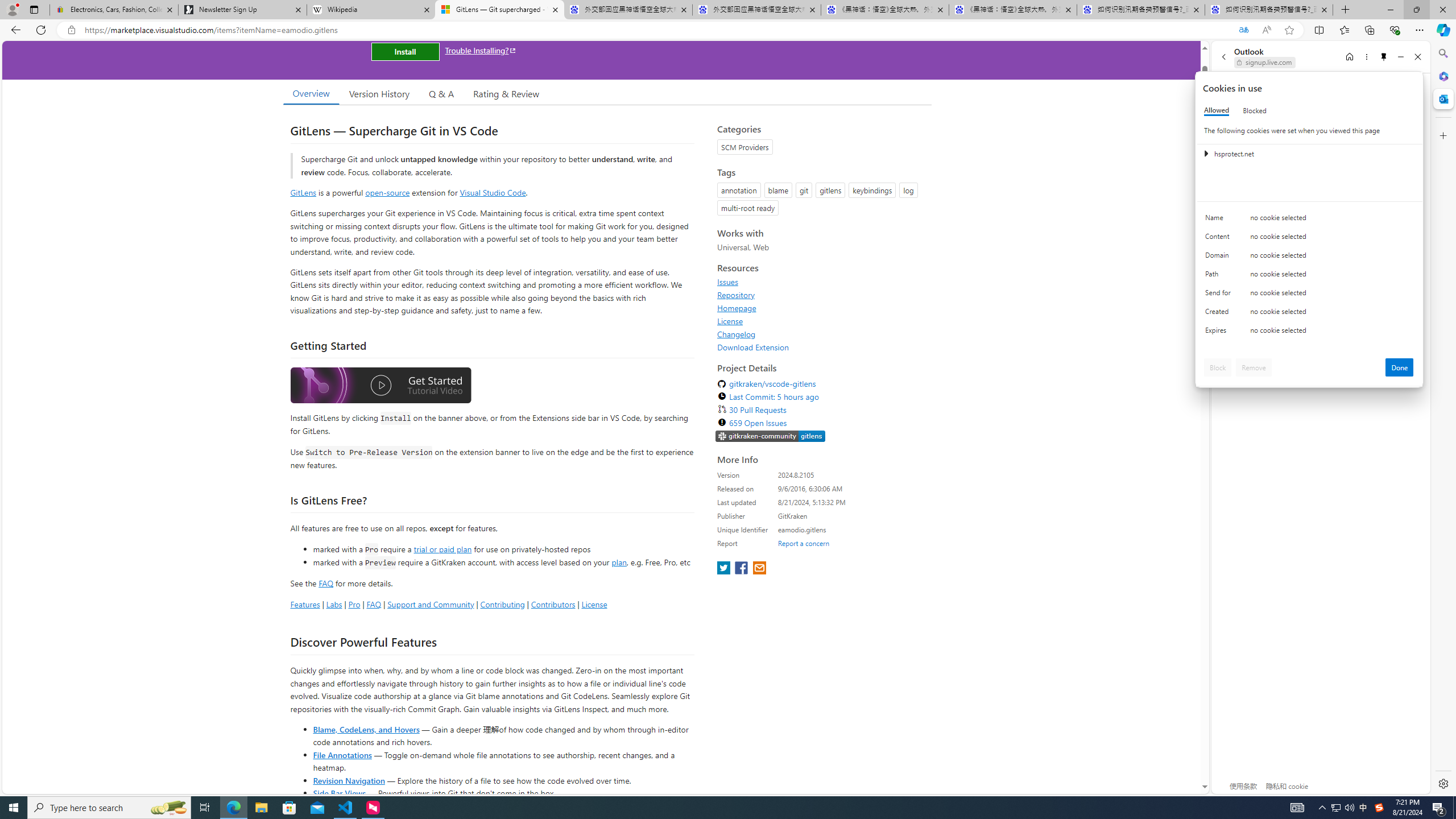 Image resolution: width=1456 pixels, height=819 pixels. Describe the element at coordinates (1331, 333) in the screenshot. I see `'no cookie selected'` at that location.